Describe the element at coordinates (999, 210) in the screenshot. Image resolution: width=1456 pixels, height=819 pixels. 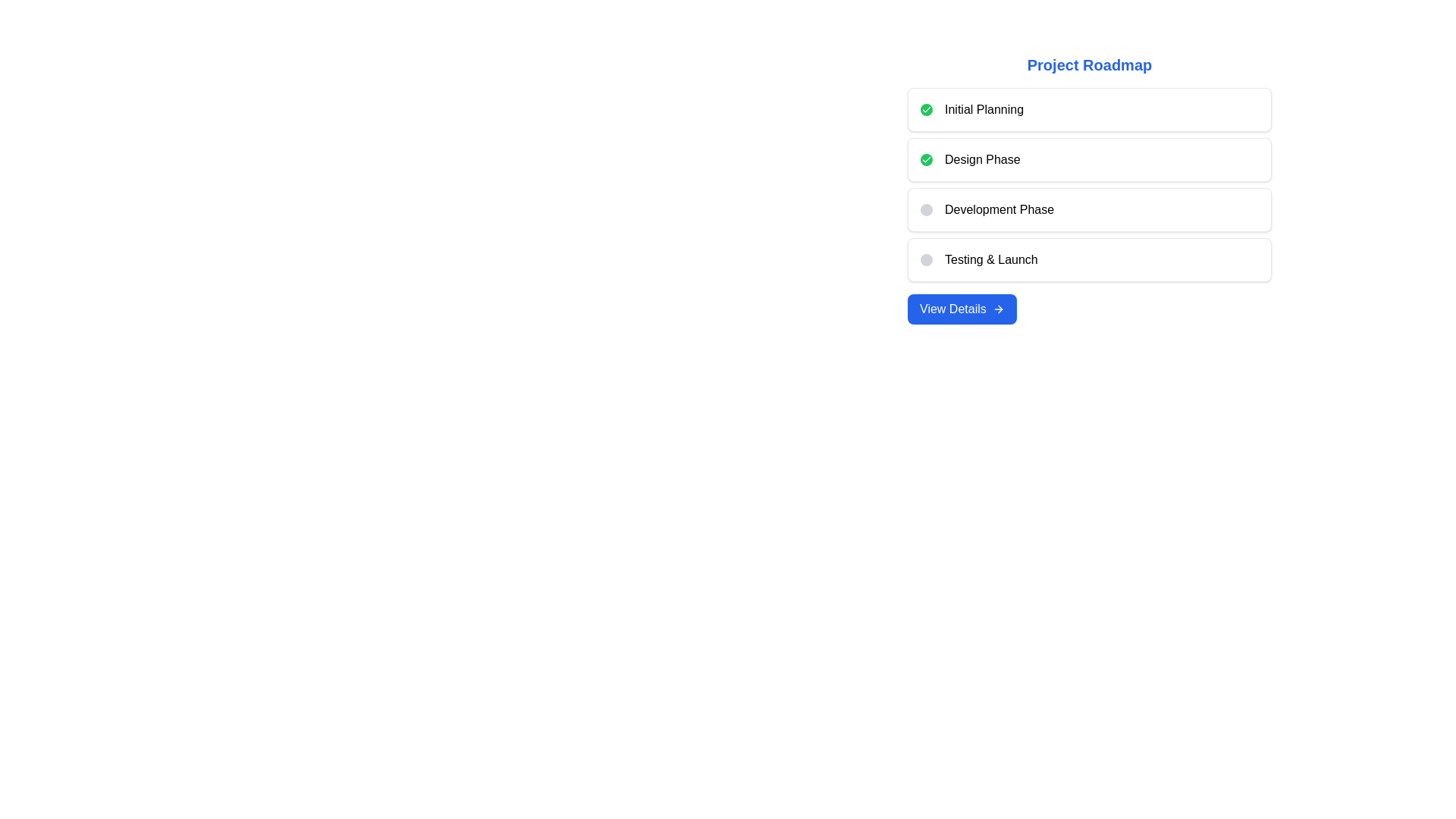
I see `text label that displays 'Development Phase' in black, styled in a sans-serif font, located within a white rectangular box near a circular icon on its left` at that location.